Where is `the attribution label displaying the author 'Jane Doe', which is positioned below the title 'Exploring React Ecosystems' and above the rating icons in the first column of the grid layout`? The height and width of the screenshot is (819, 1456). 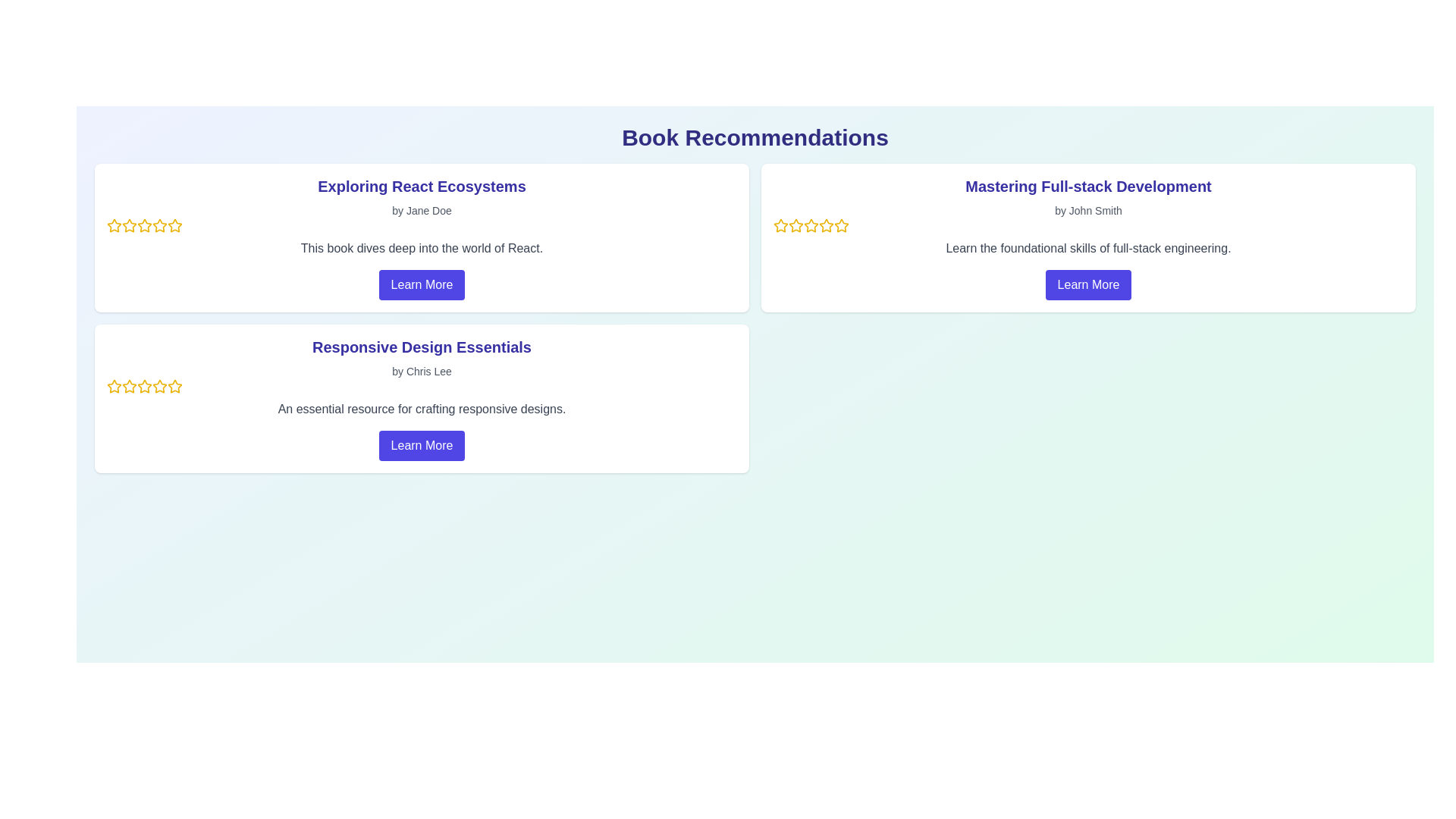
the attribution label displaying the author 'Jane Doe', which is positioned below the title 'Exploring React Ecosystems' and above the rating icons in the first column of the grid layout is located at coordinates (422, 210).